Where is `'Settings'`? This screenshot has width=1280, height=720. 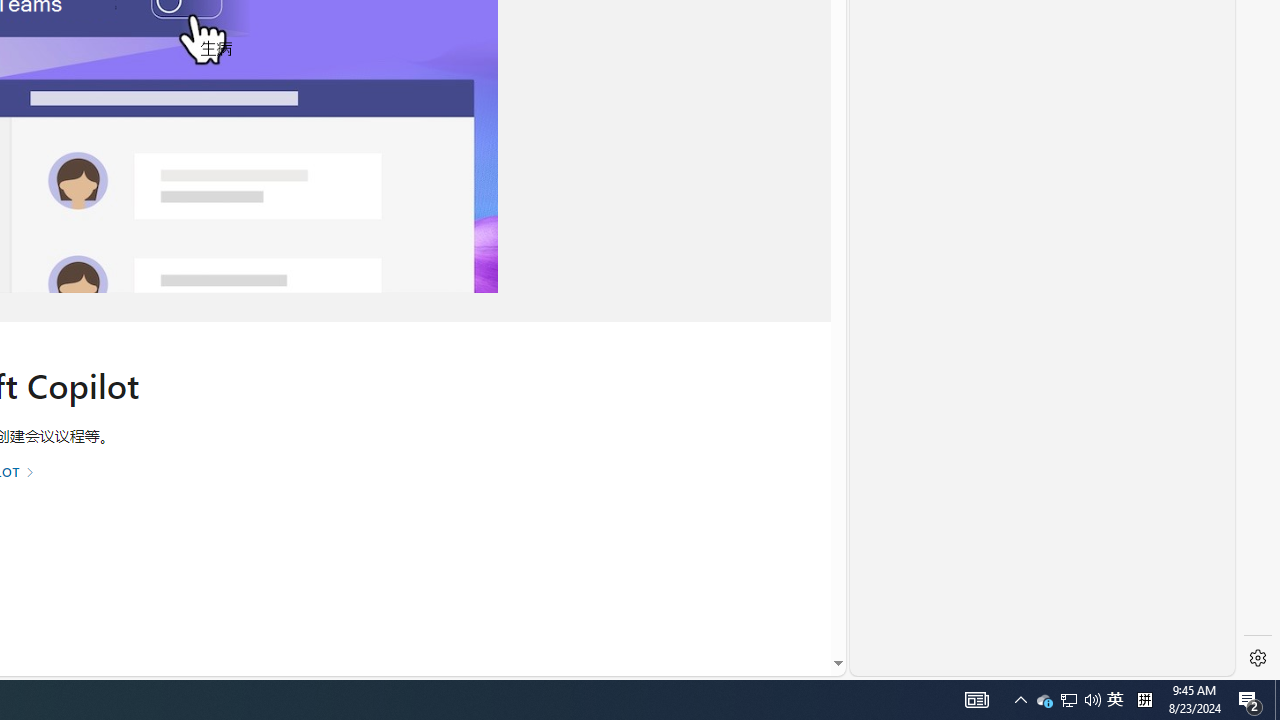 'Settings' is located at coordinates (1257, 658).